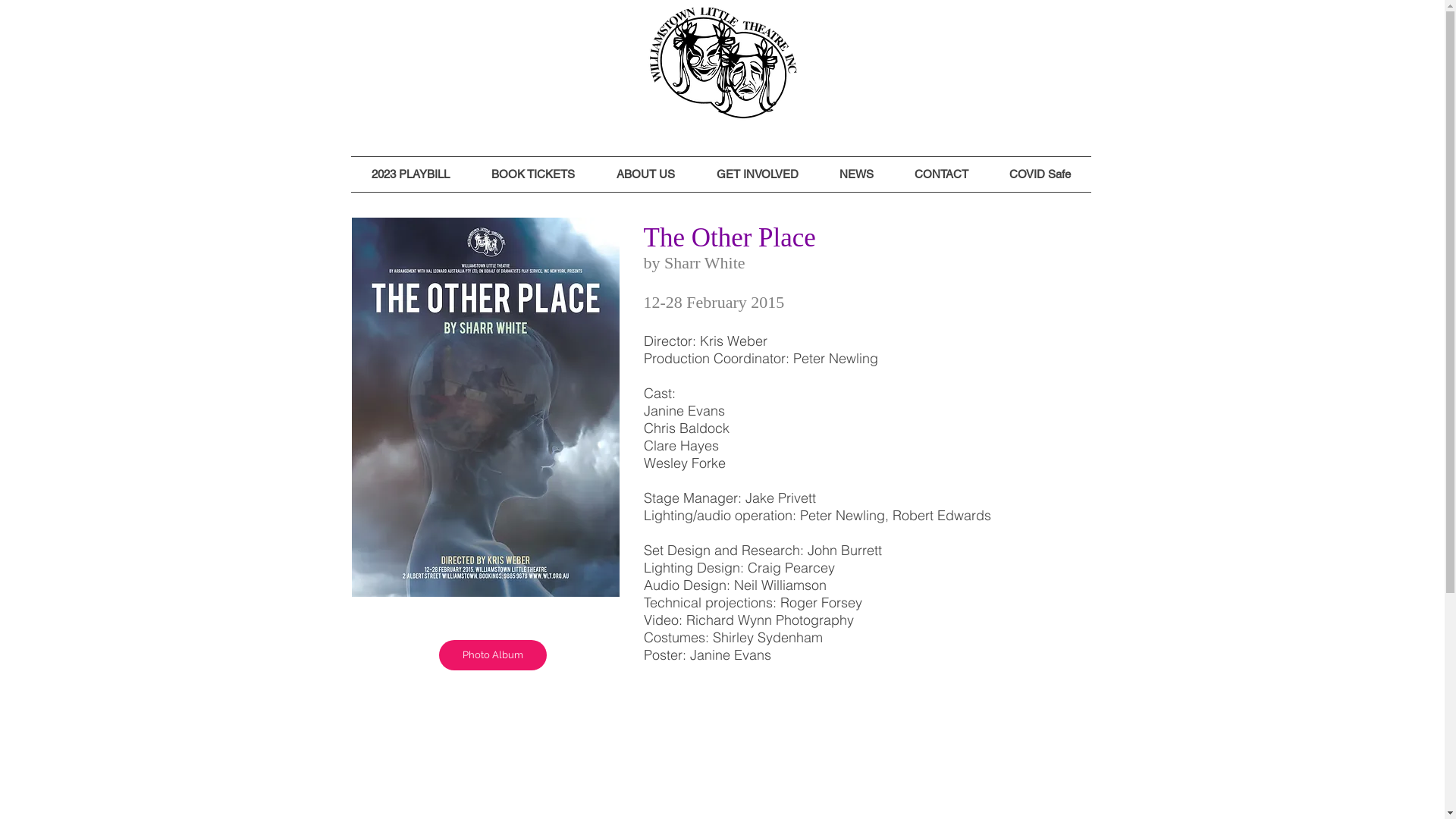 The image size is (1456, 819). What do you see at coordinates (491, 654) in the screenshot?
I see `'Photo Album'` at bounding box center [491, 654].